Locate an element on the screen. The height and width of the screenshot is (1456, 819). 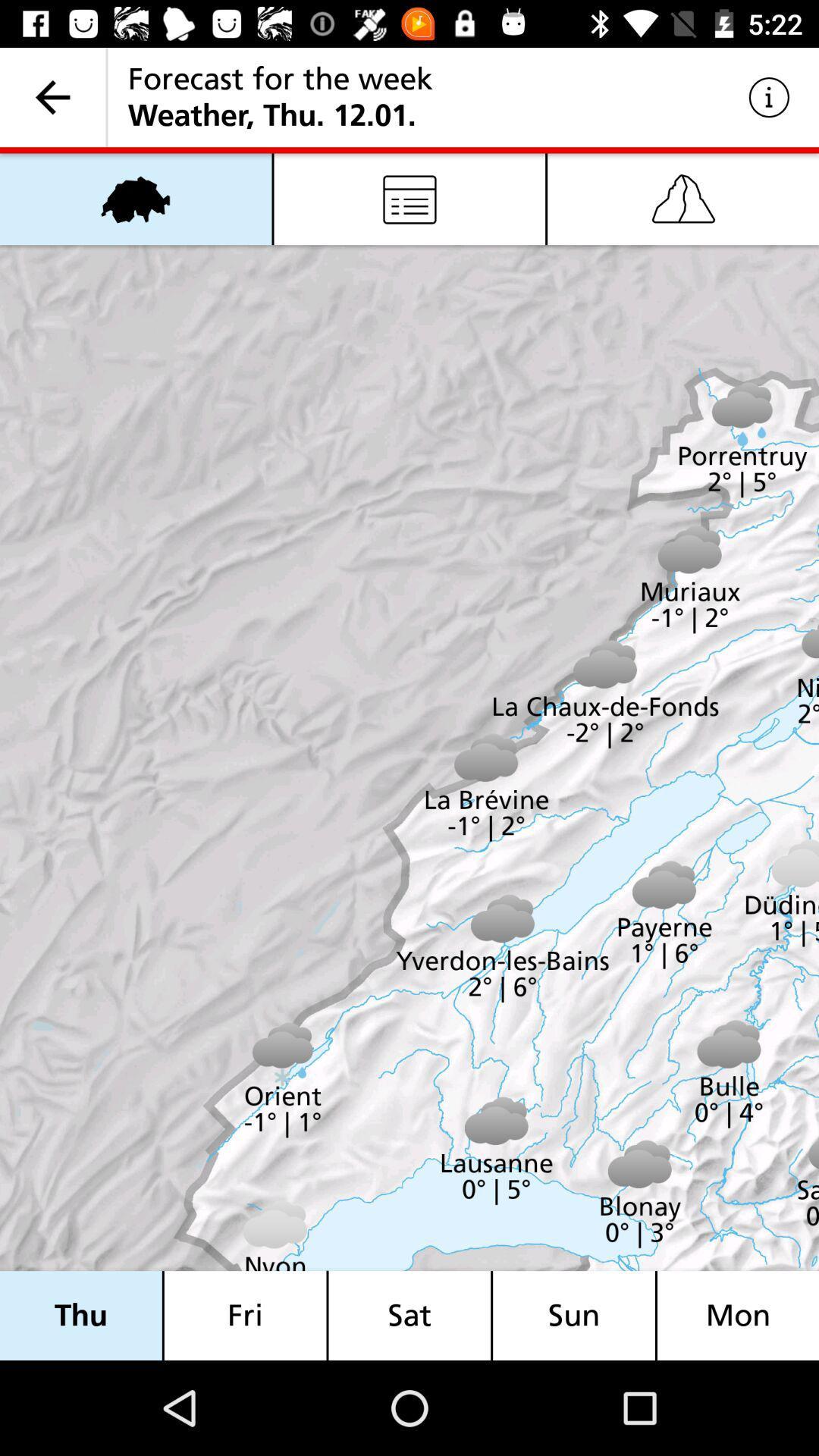
item to the left of the sun item is located at coordinates (409, 1315).